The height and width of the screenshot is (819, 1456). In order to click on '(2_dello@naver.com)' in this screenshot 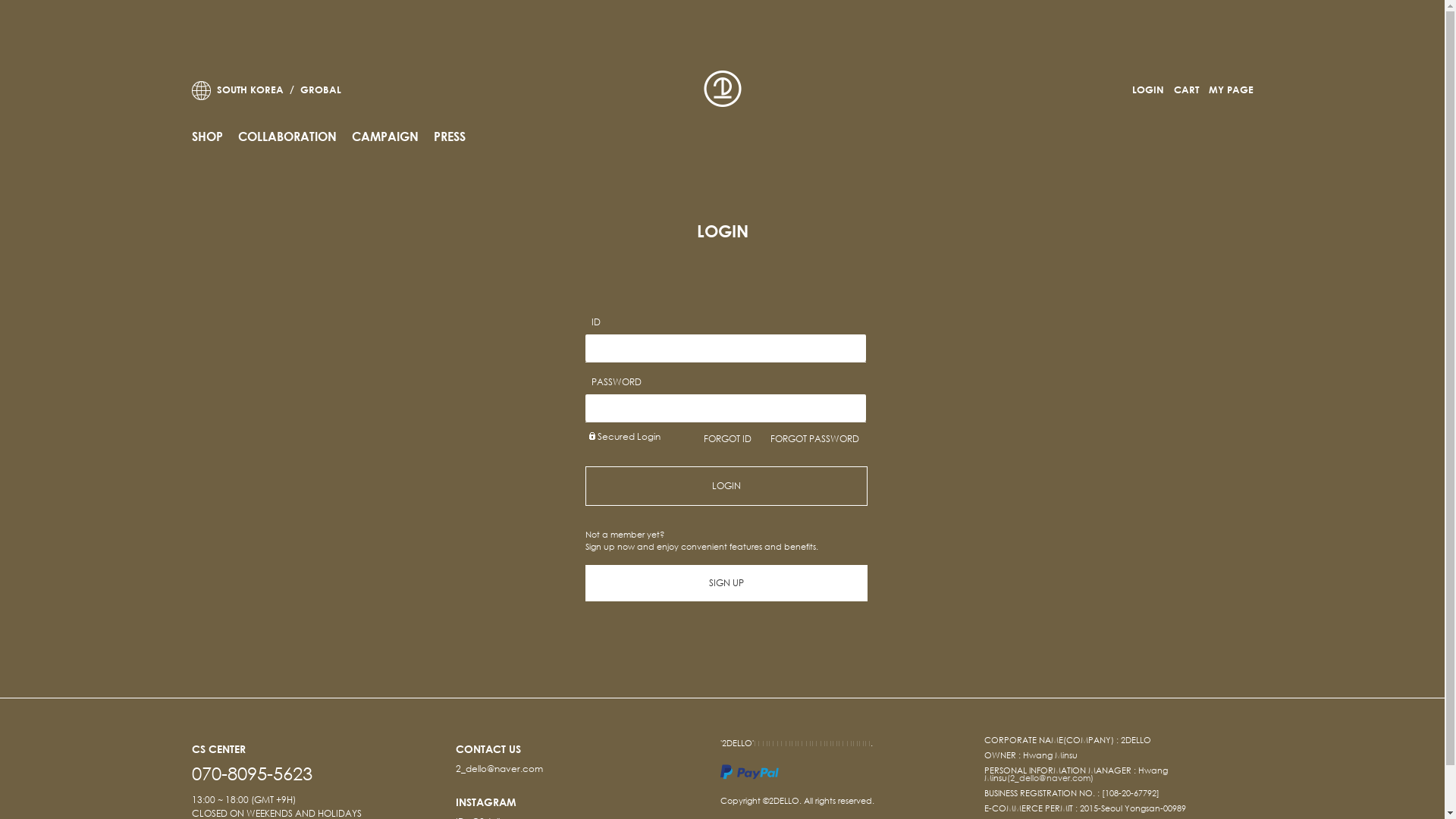, I will do `click(1050, 778)`.